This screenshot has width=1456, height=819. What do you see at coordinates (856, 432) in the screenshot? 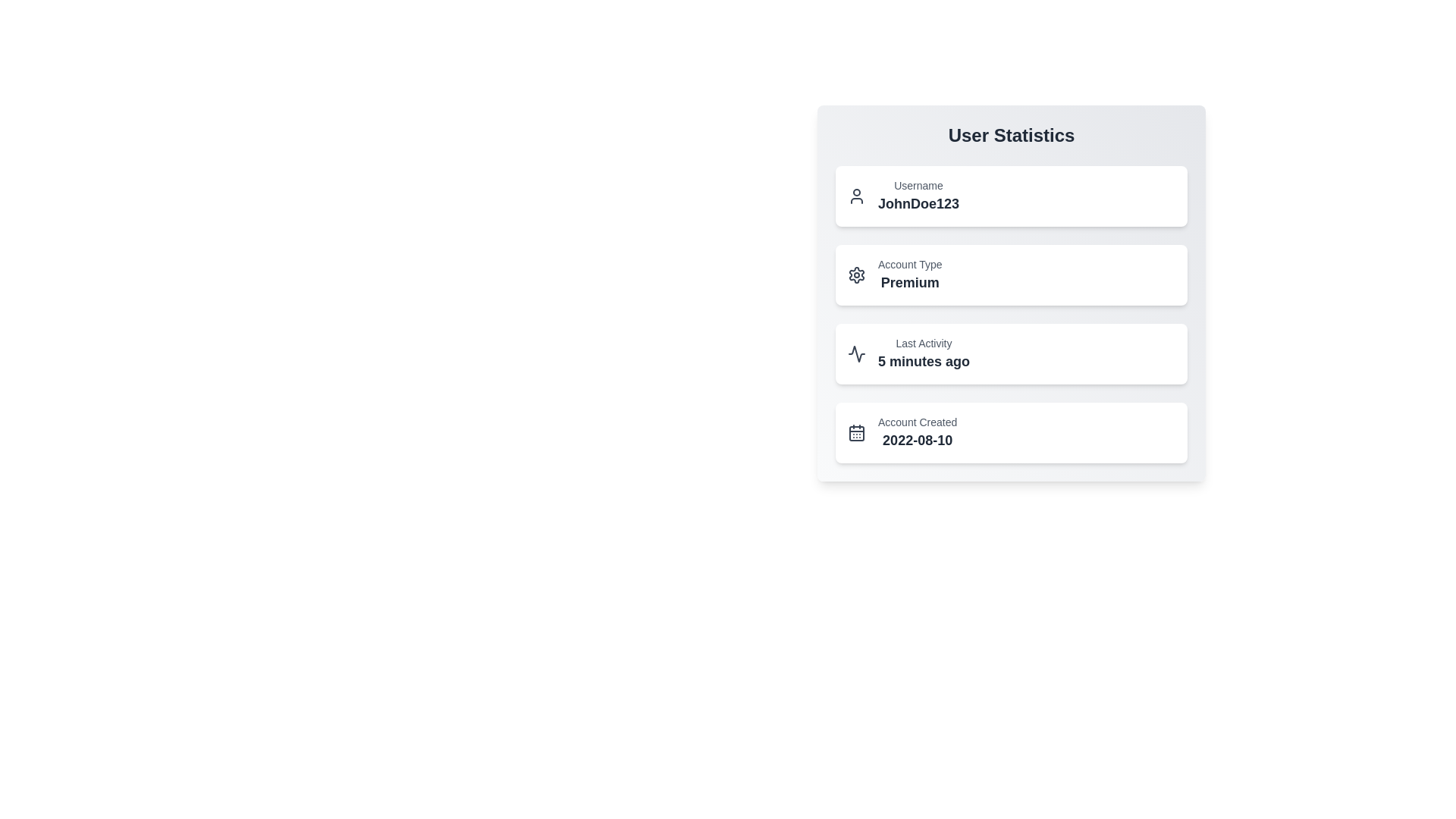
I see `the calendar icon located in the bottom-most section of the user statistics card, positioned to the left of 'Account Created' and the date '2022-08-10'` at bounding box center [856, 432].